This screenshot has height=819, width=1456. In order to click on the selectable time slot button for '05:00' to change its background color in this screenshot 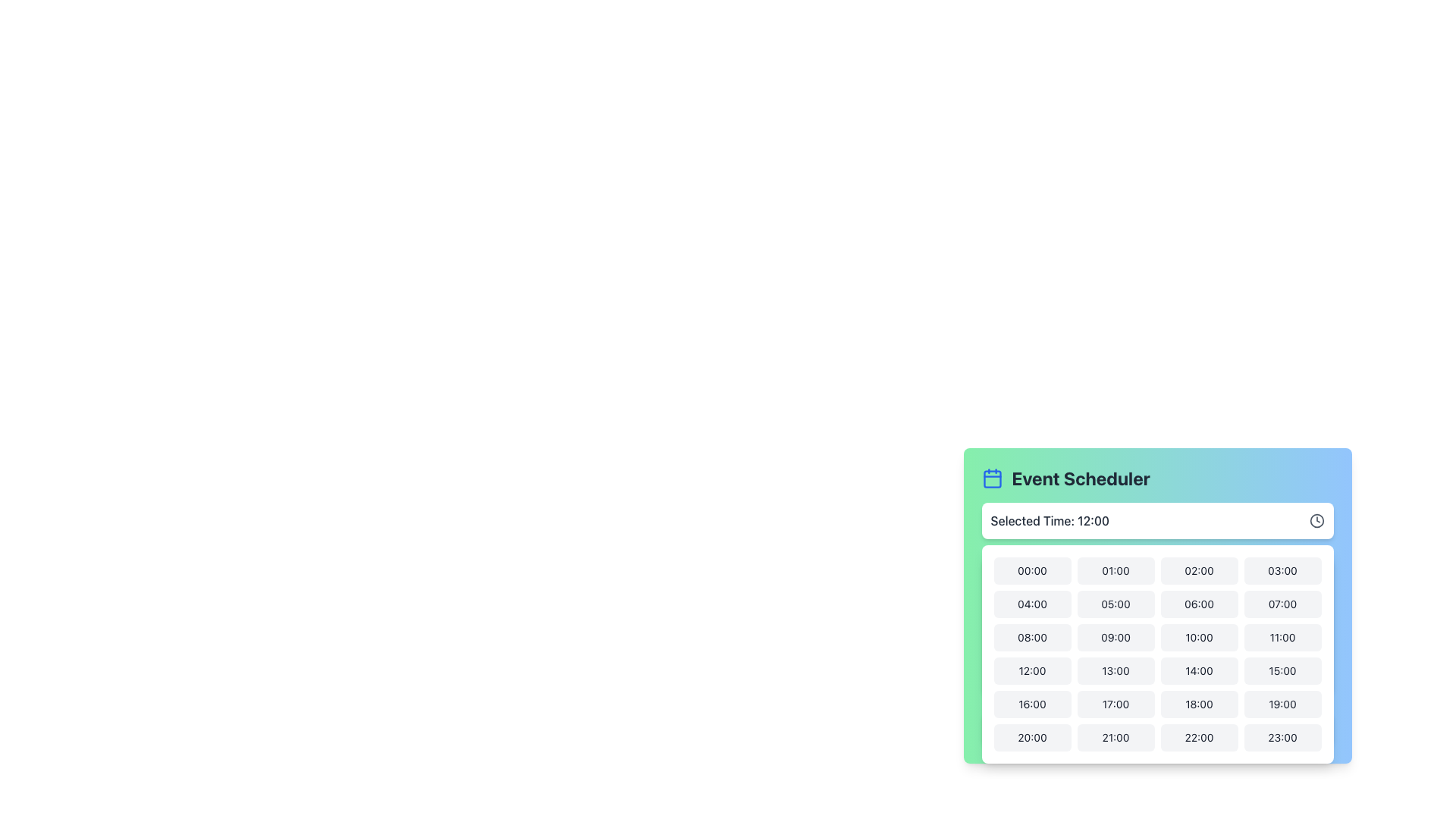, I will do `click(1116, 604)`.